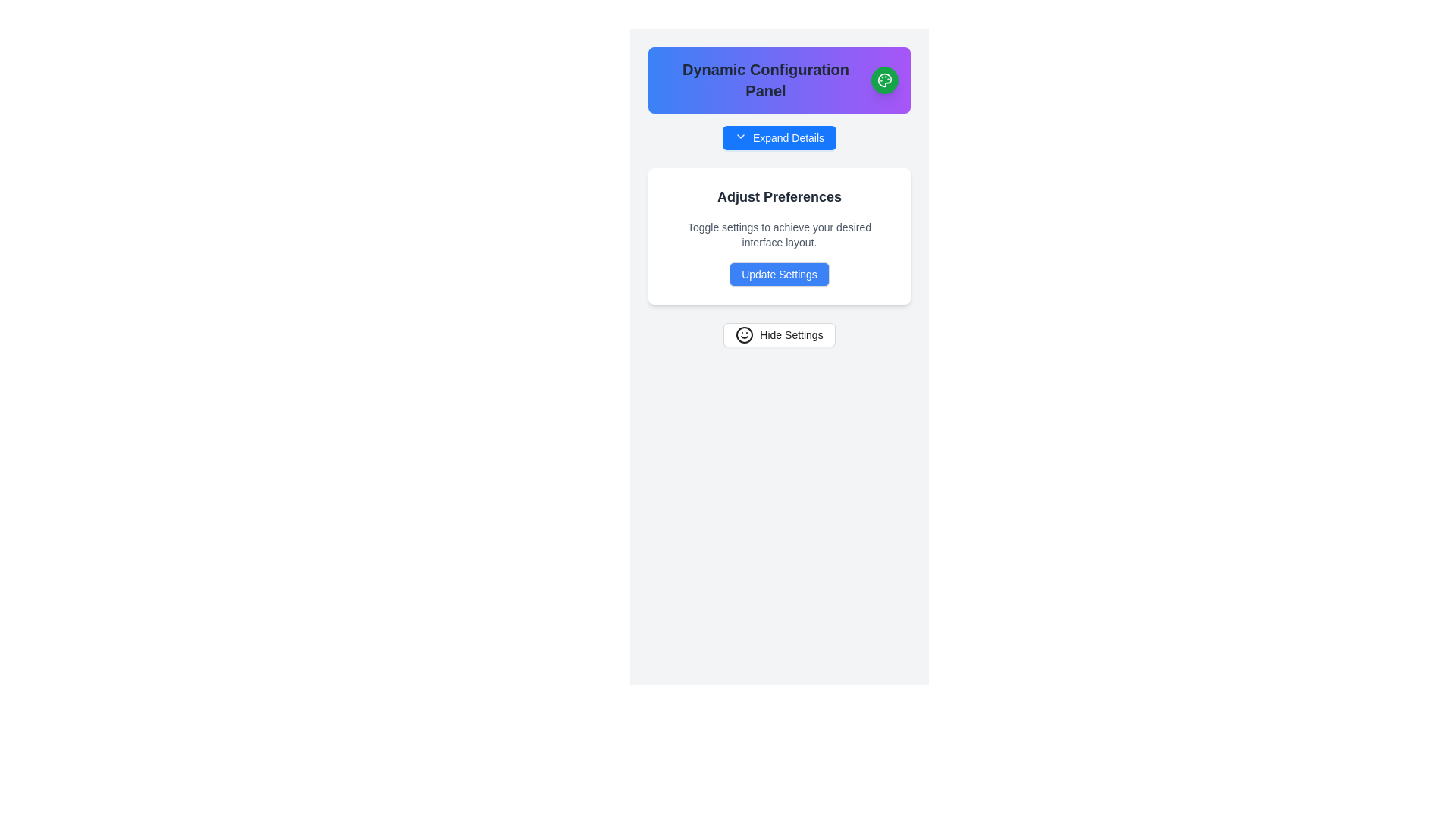 The width and height of the screenshot is (1456, 819). What do you see at coordinates (779, 80) in the screenshot?
I see `descriptive text from the header element labeled 'Dynamic Configuration Panel' which is positioned at the top of the interface` at bounding box center [779, 80].